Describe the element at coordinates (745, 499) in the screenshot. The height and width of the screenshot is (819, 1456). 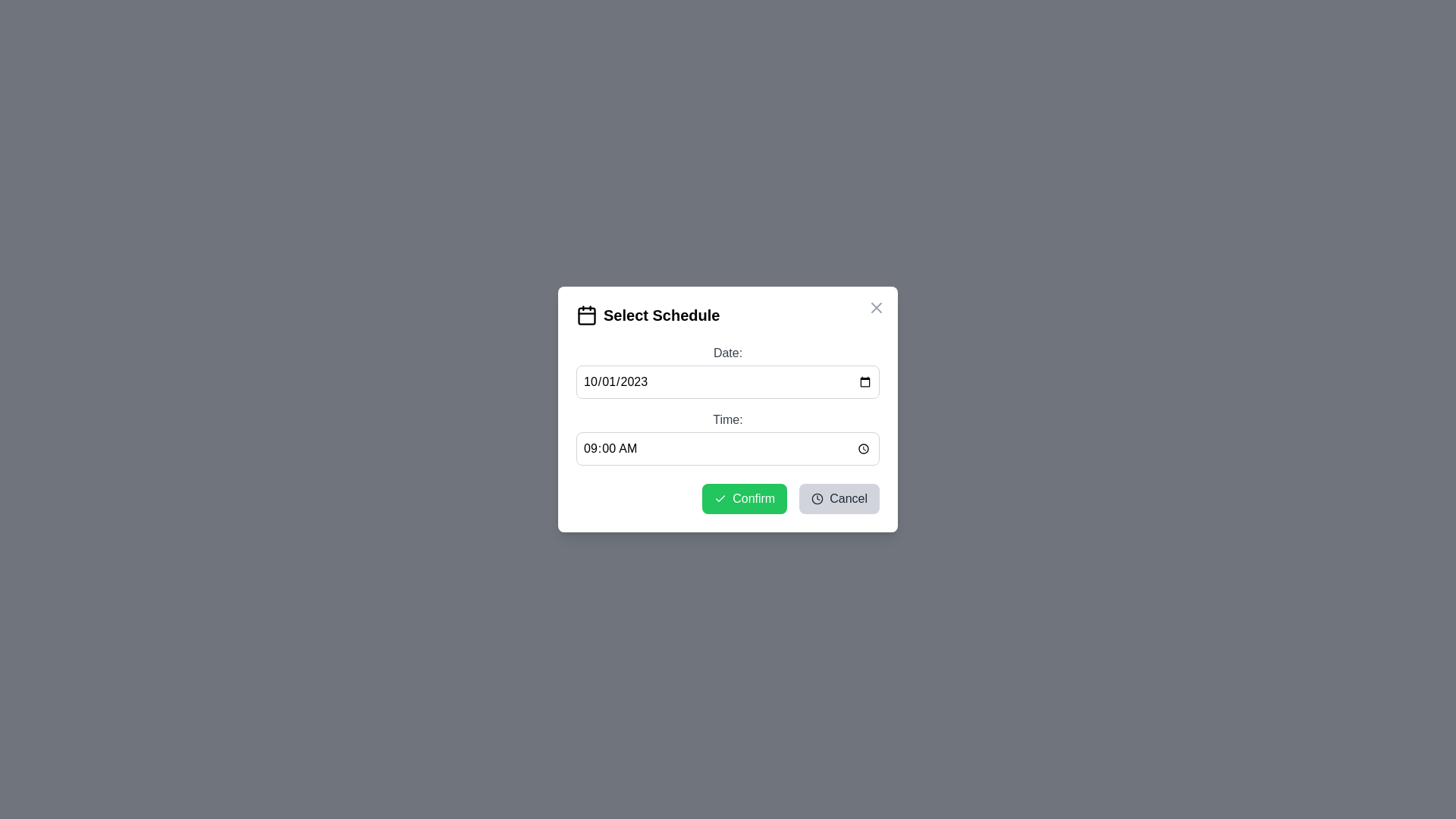
I see `the 'Confirm' button to confirm the selected schedule` at that location.